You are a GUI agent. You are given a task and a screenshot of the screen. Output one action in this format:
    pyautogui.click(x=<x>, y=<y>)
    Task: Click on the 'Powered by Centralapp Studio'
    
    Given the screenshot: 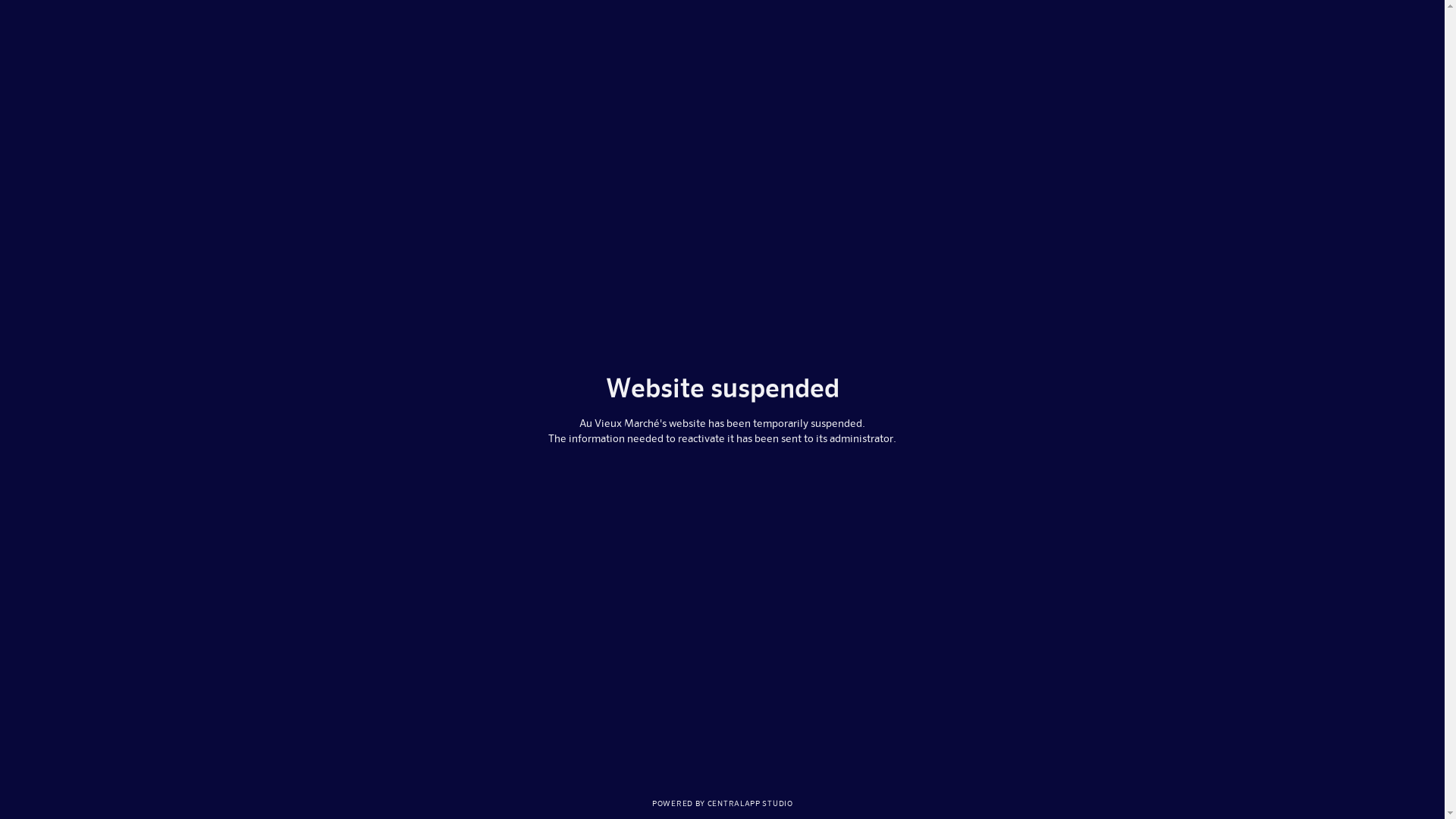 What is the action you would take?
    pyautogui.click(x=721, y=801)
    